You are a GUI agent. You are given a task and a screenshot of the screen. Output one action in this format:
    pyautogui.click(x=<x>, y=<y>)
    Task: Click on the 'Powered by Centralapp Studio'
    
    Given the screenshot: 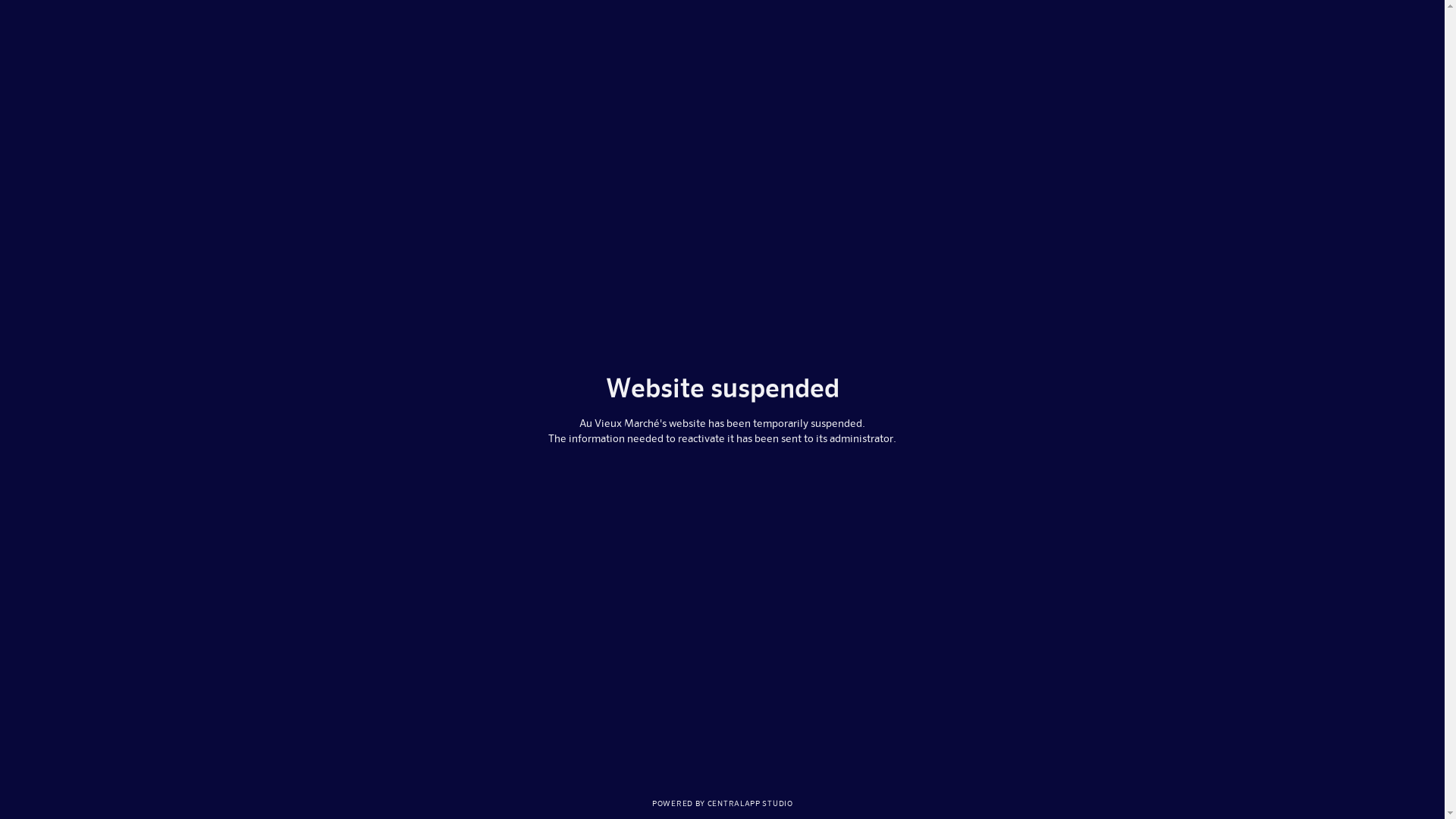 What is the action you would take?
    pyautogui.click(x=721, y=801)
    